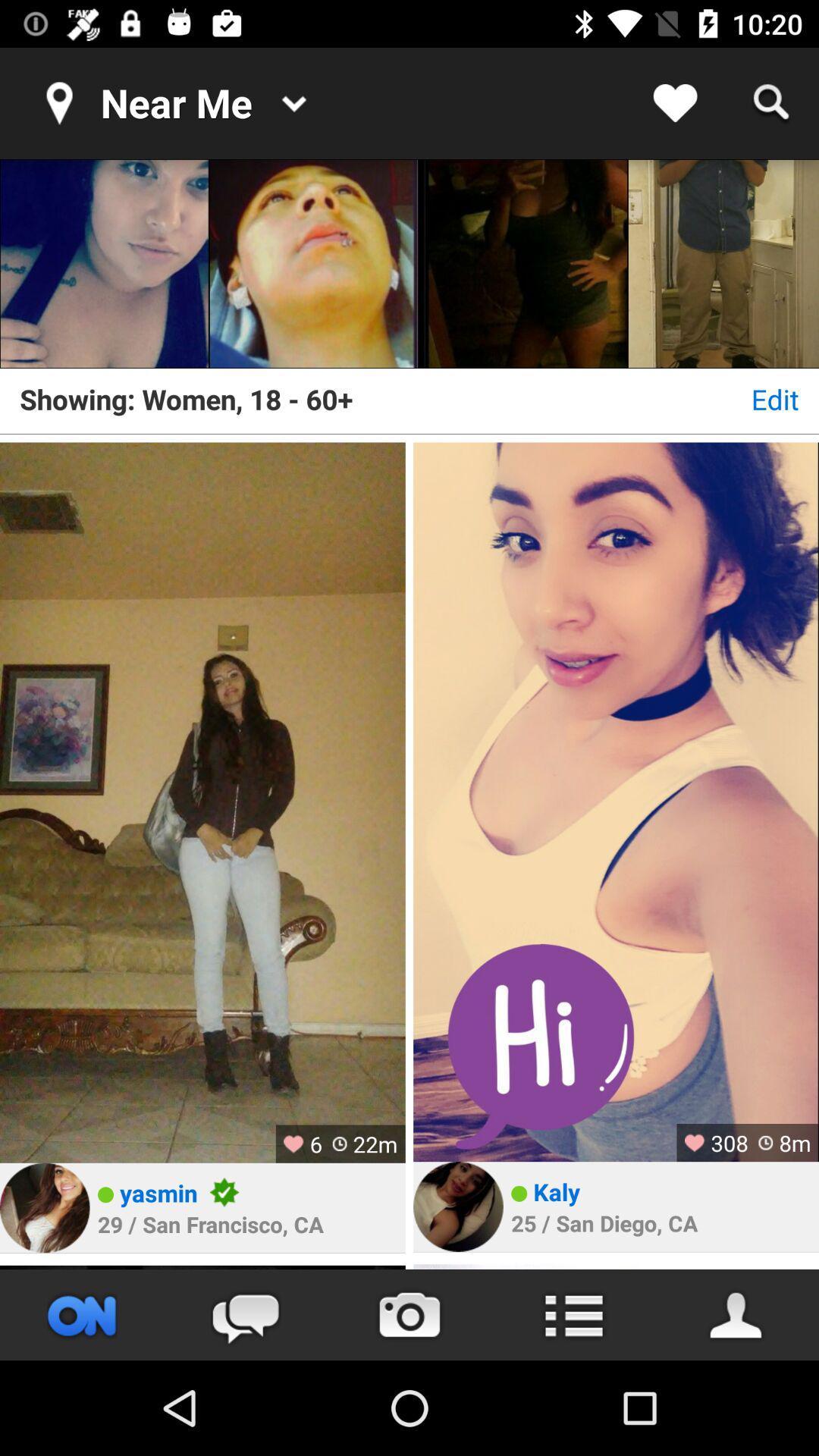 The width and height of the screenshot is (819, 1456). I want to click on the text above 25  san diego ca, so click(557, 1191).